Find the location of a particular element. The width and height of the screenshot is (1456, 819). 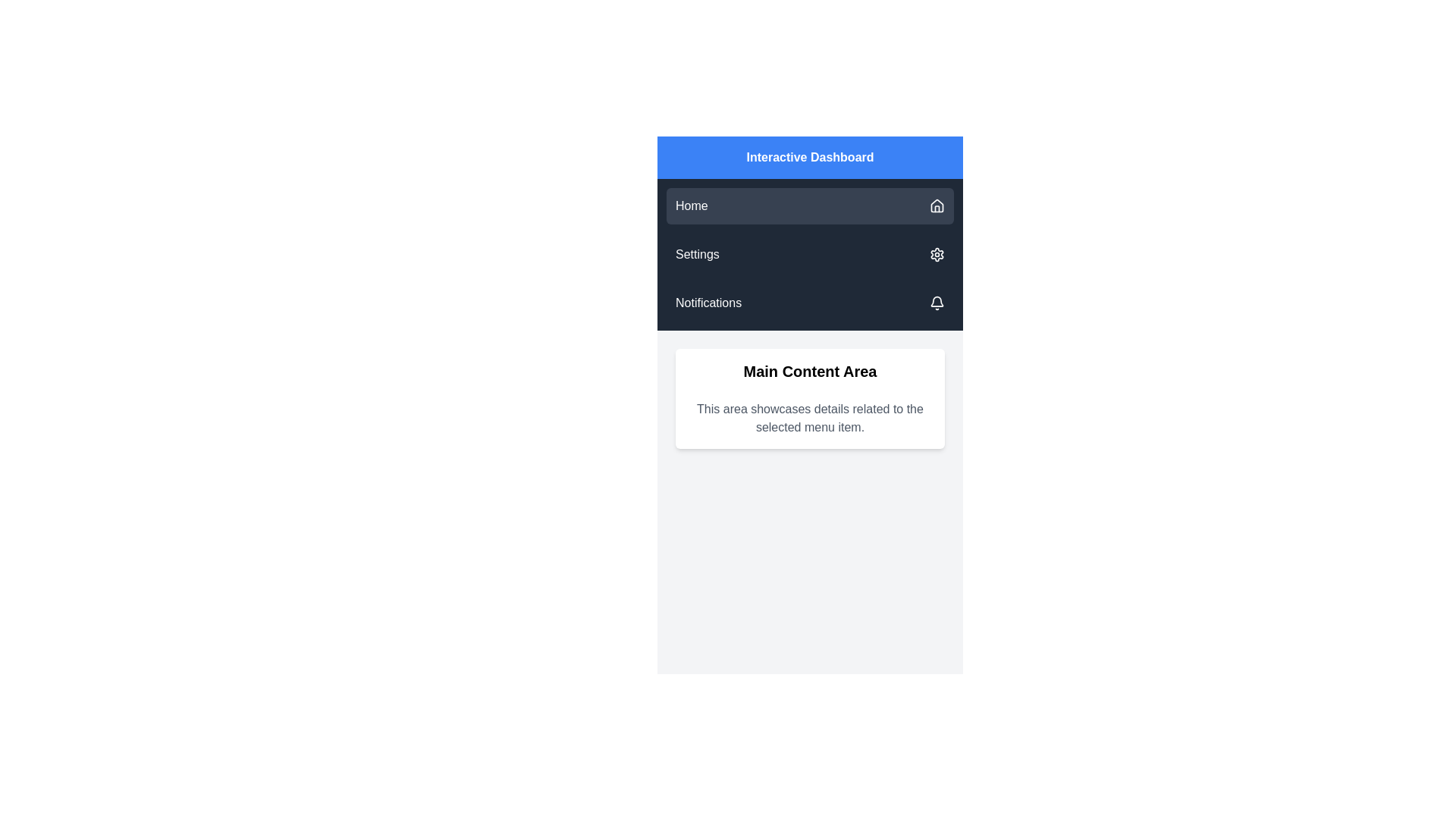

the 'Home' button, which is the first item in the vertical navigation bar is located at coordinates (809, 206).